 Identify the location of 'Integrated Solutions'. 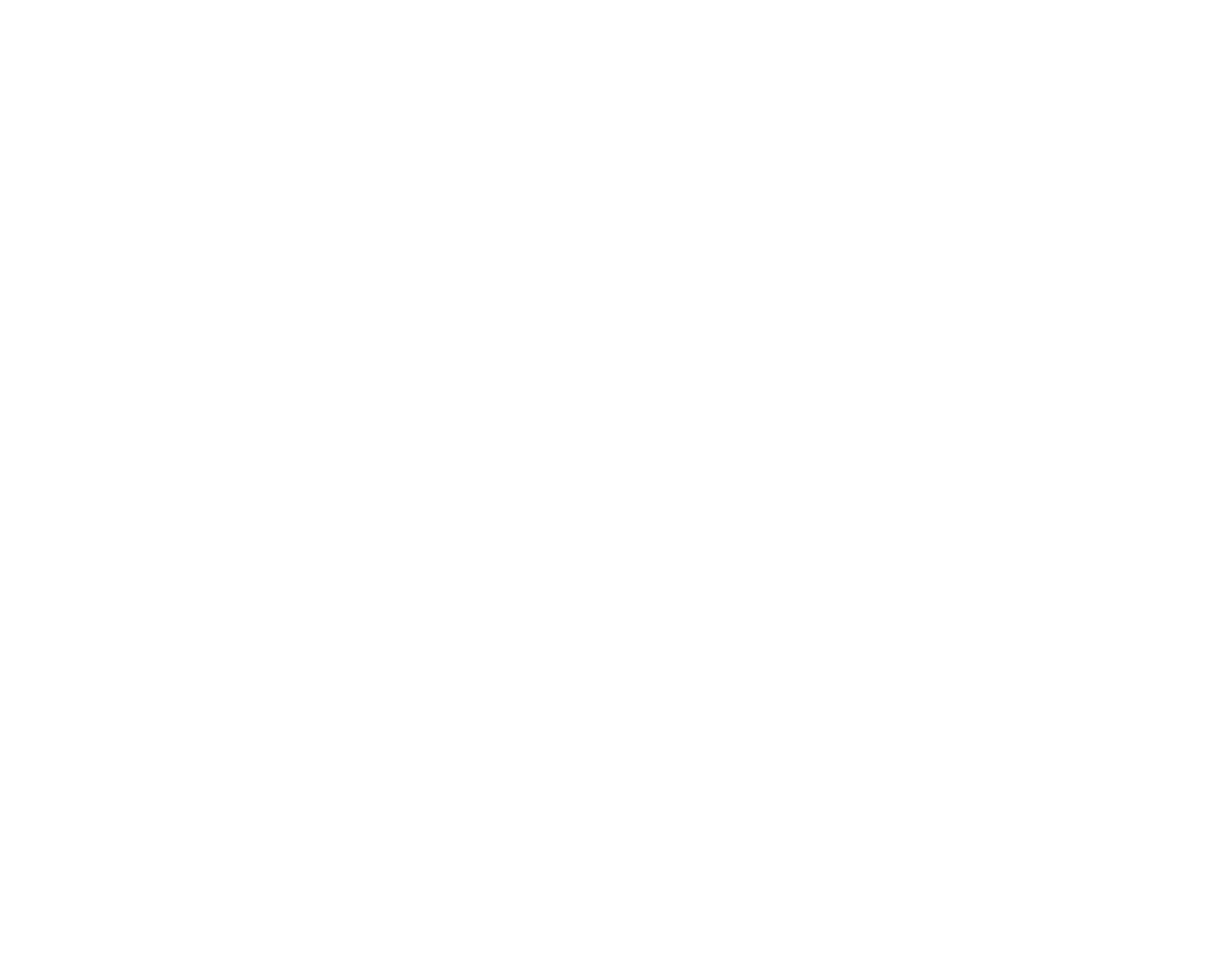
(922, 116).